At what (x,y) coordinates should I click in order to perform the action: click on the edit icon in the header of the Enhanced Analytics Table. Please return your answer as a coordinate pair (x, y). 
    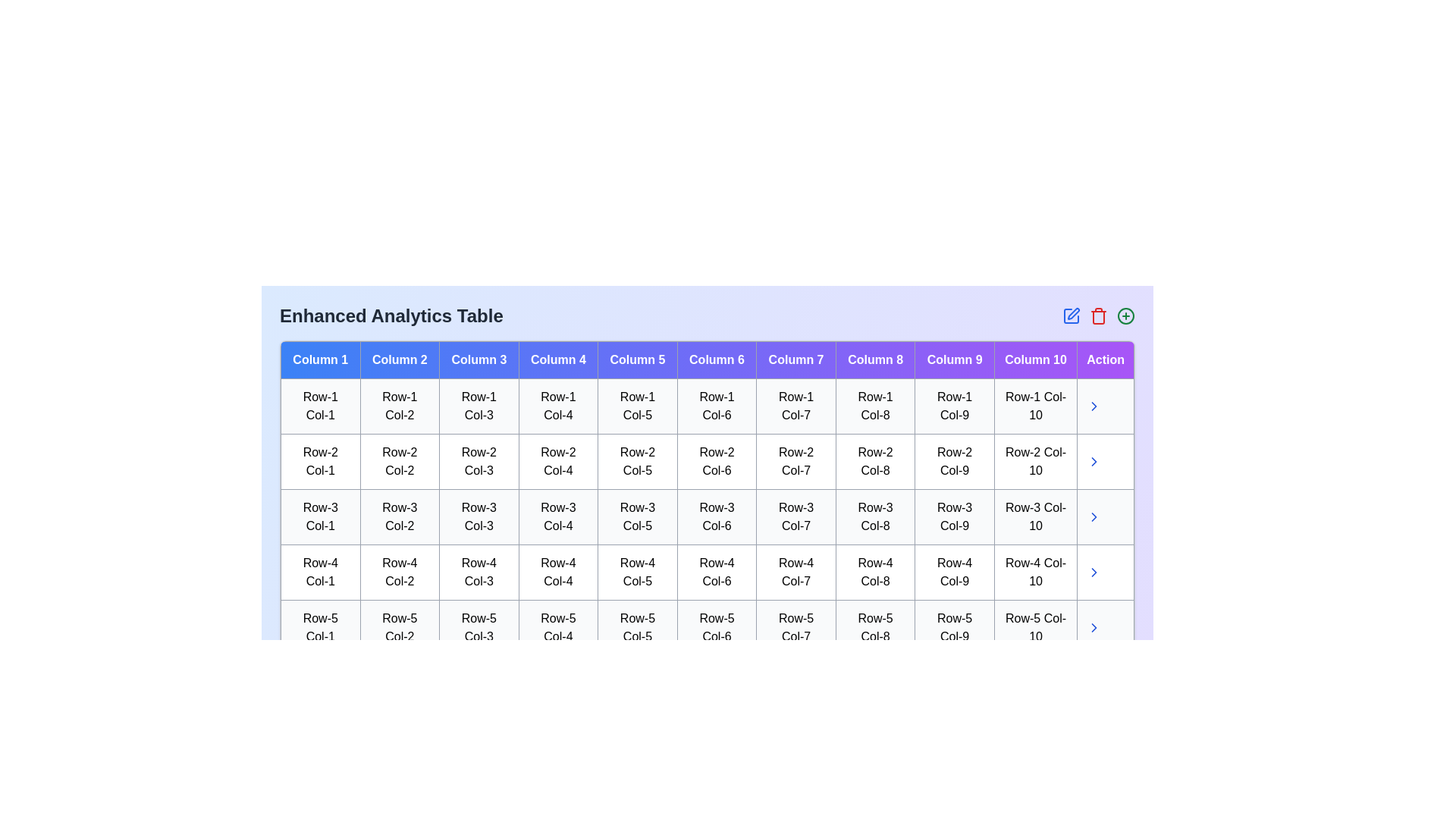
    Looking at the image, I should click on (1070, 315).